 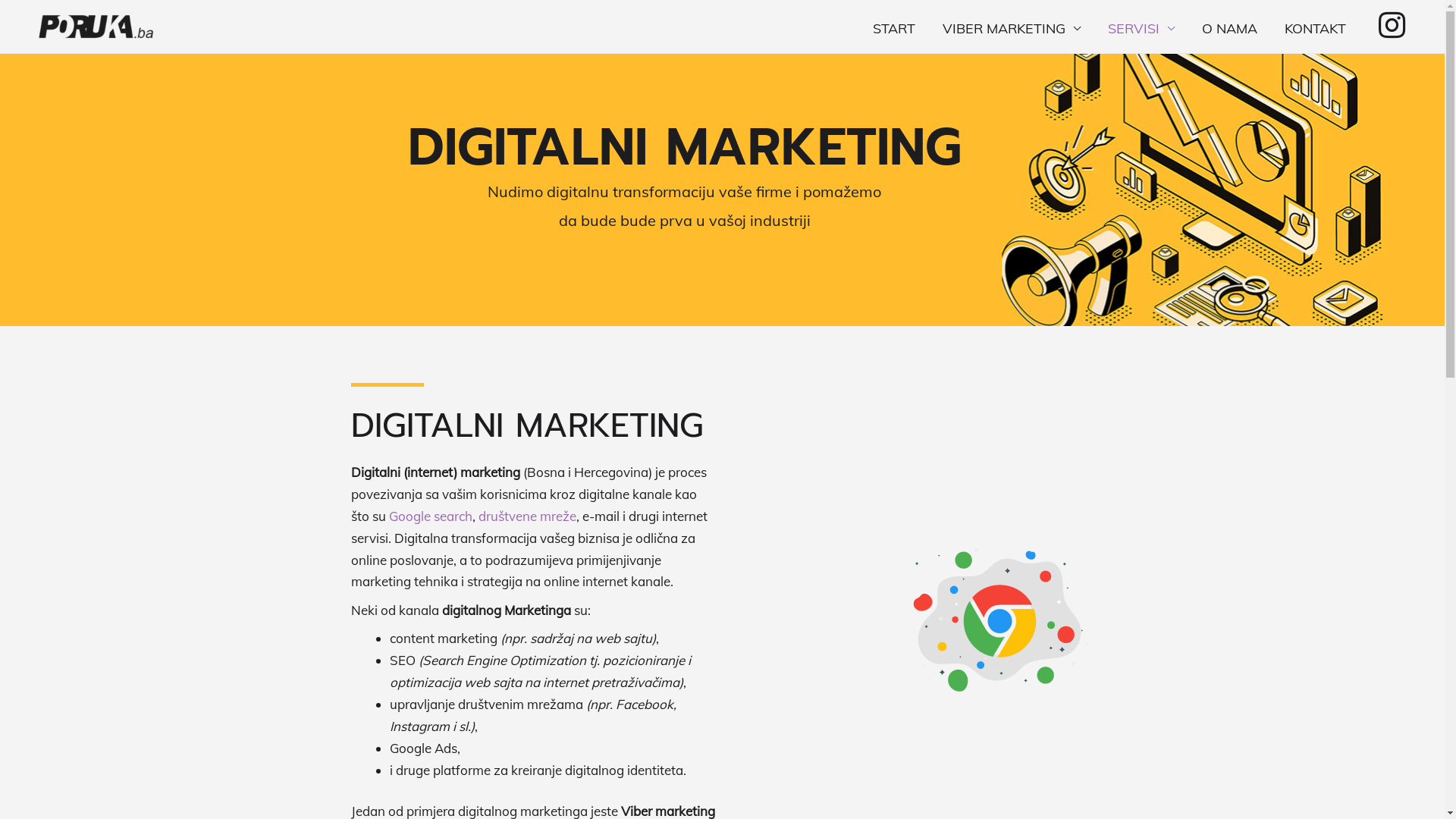 What do you see at coordinates (1011, 28) in the screenshot?
I see `'VIBER MARKETING'` at bounding box center [1011, 28].